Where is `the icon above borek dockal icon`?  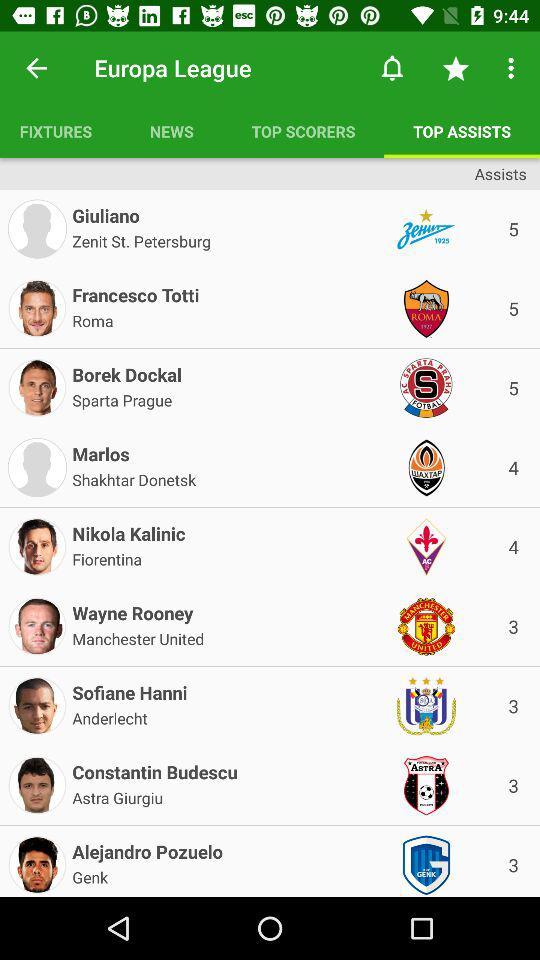 the icon above borek dockal icon is located at coordinates (91, 319).